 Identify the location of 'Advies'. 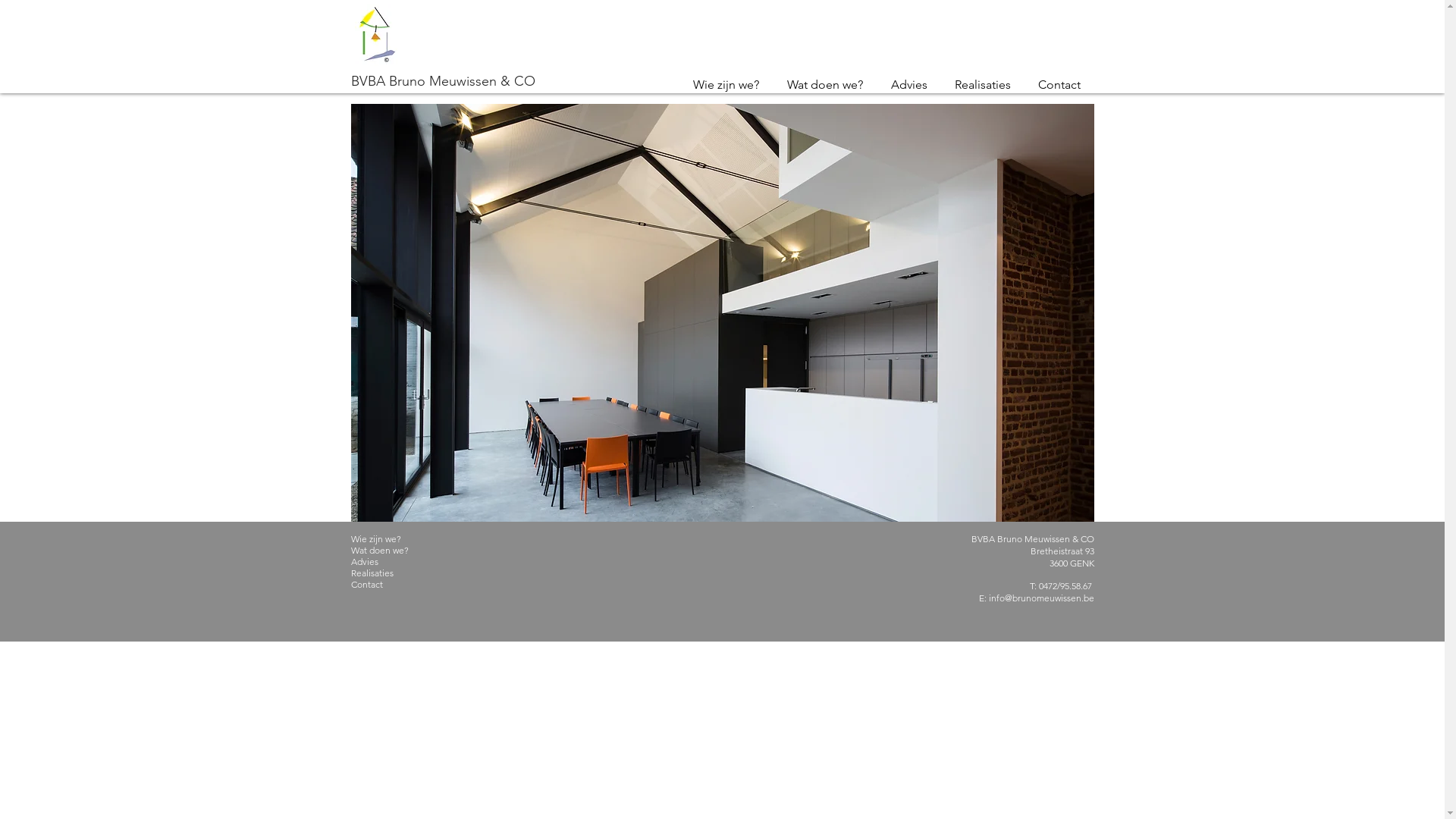
(908, 84).